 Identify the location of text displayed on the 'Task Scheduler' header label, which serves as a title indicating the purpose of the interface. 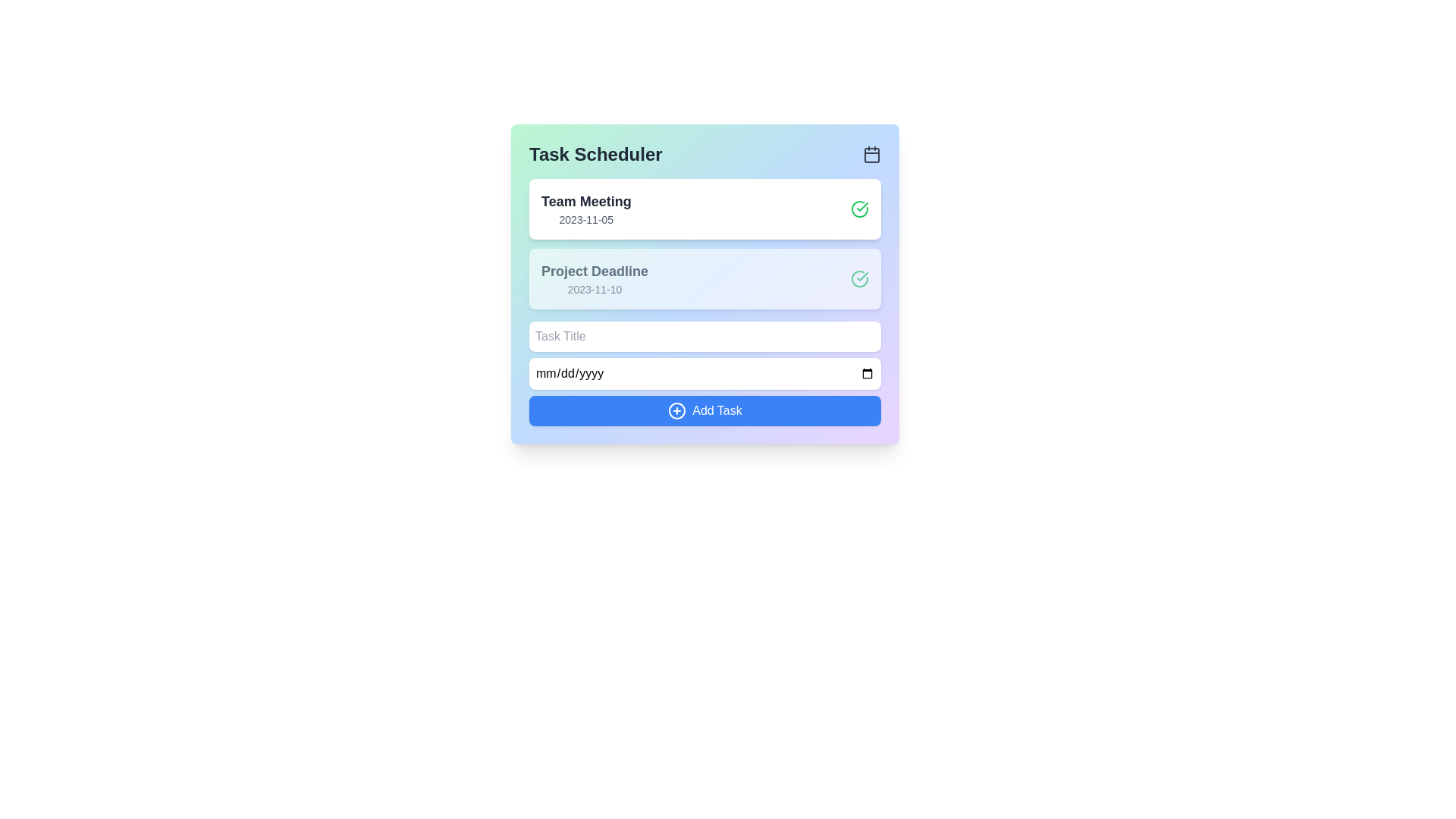
(595, 155).